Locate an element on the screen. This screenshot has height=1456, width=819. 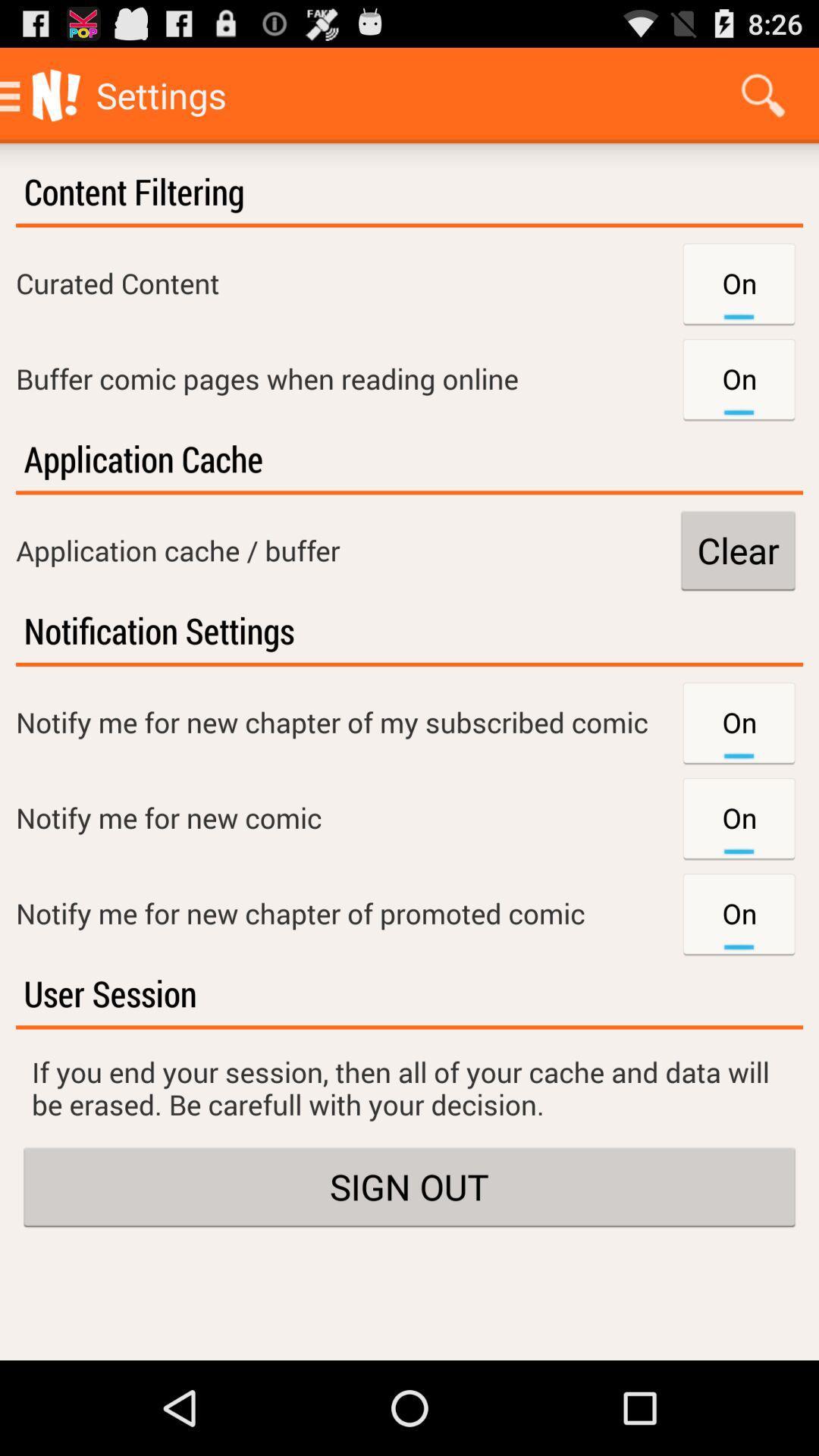
the item to the right of the application cache / buffer icon is located at coordinates (737, 549).